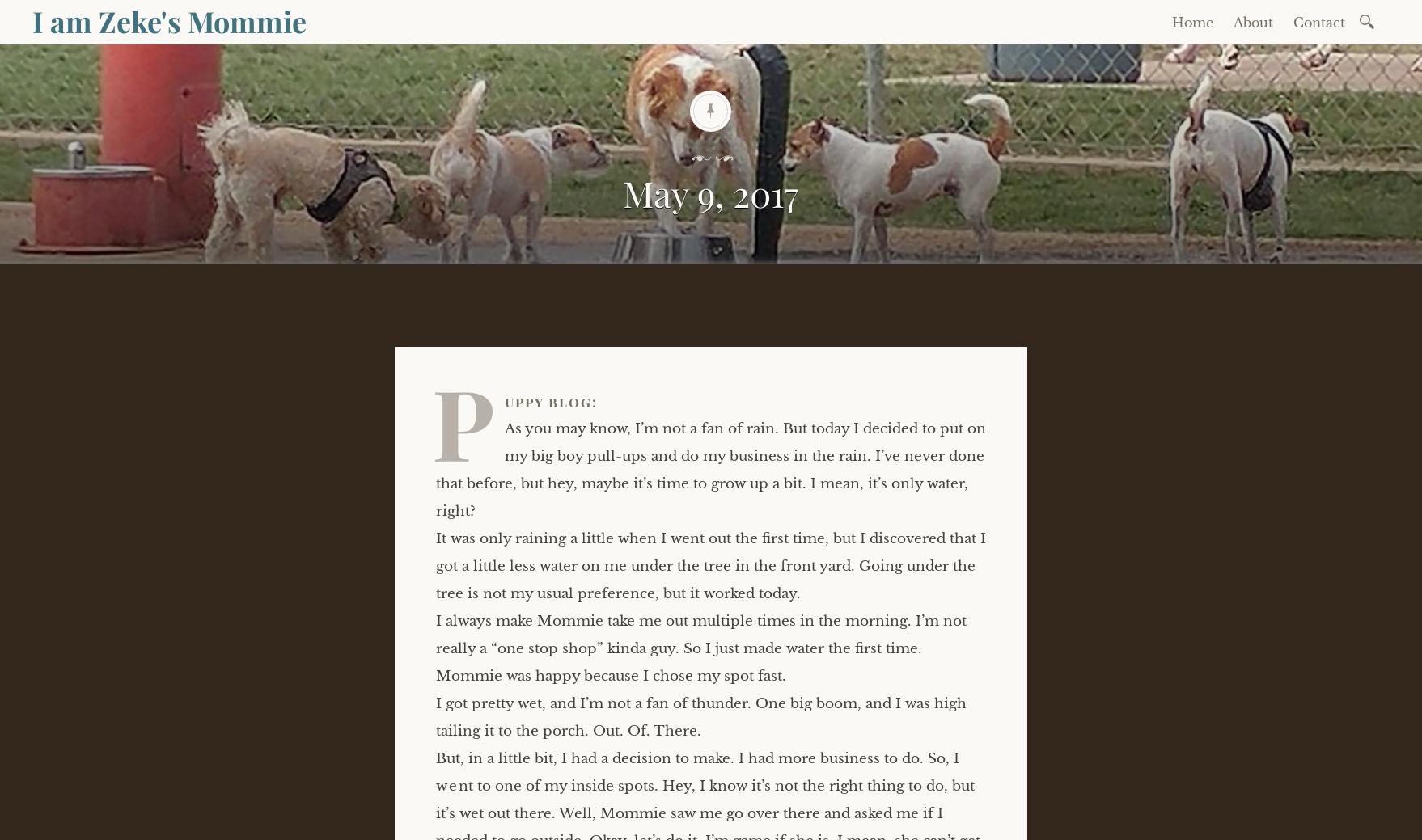 This screenshot has width=1422, height=840. I want to click on 'As you may know, I’m not a fan of rain. But today I decided to put on my big boy pull-ups and do my business in the rain. I’ve never done that before, but hey, maybe it’s time to grow up a bit. I mean, it’s only water, right?', so click(711, 469).